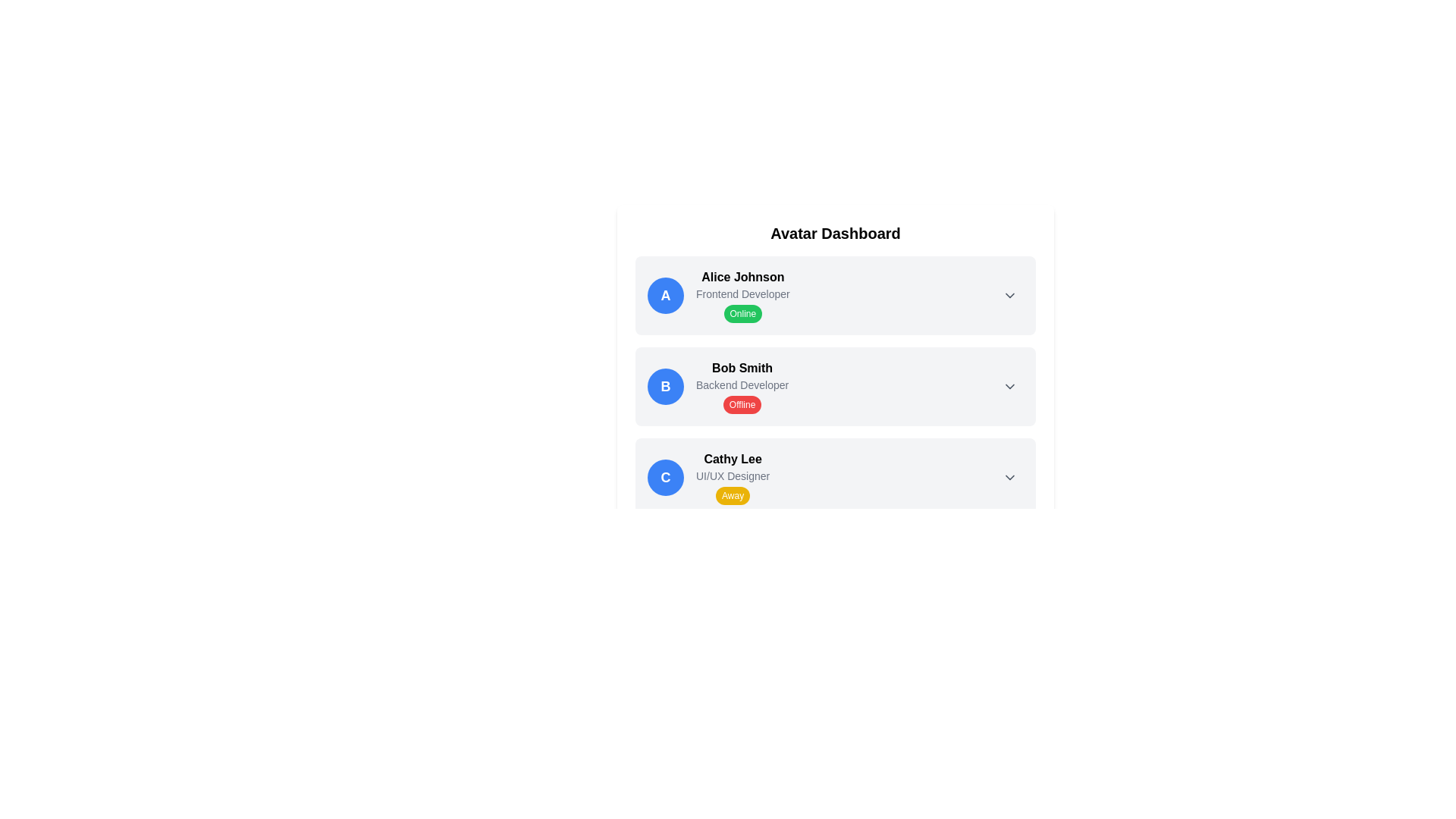 This screenshot has width=1456, height=819. I want to click on the 'UI/UX Designer' label displayed in gray color within the card for 'Cathy Lee', positioned between the primary text 'Cathy Lee' and the badge 'Away', so click(733, 475).